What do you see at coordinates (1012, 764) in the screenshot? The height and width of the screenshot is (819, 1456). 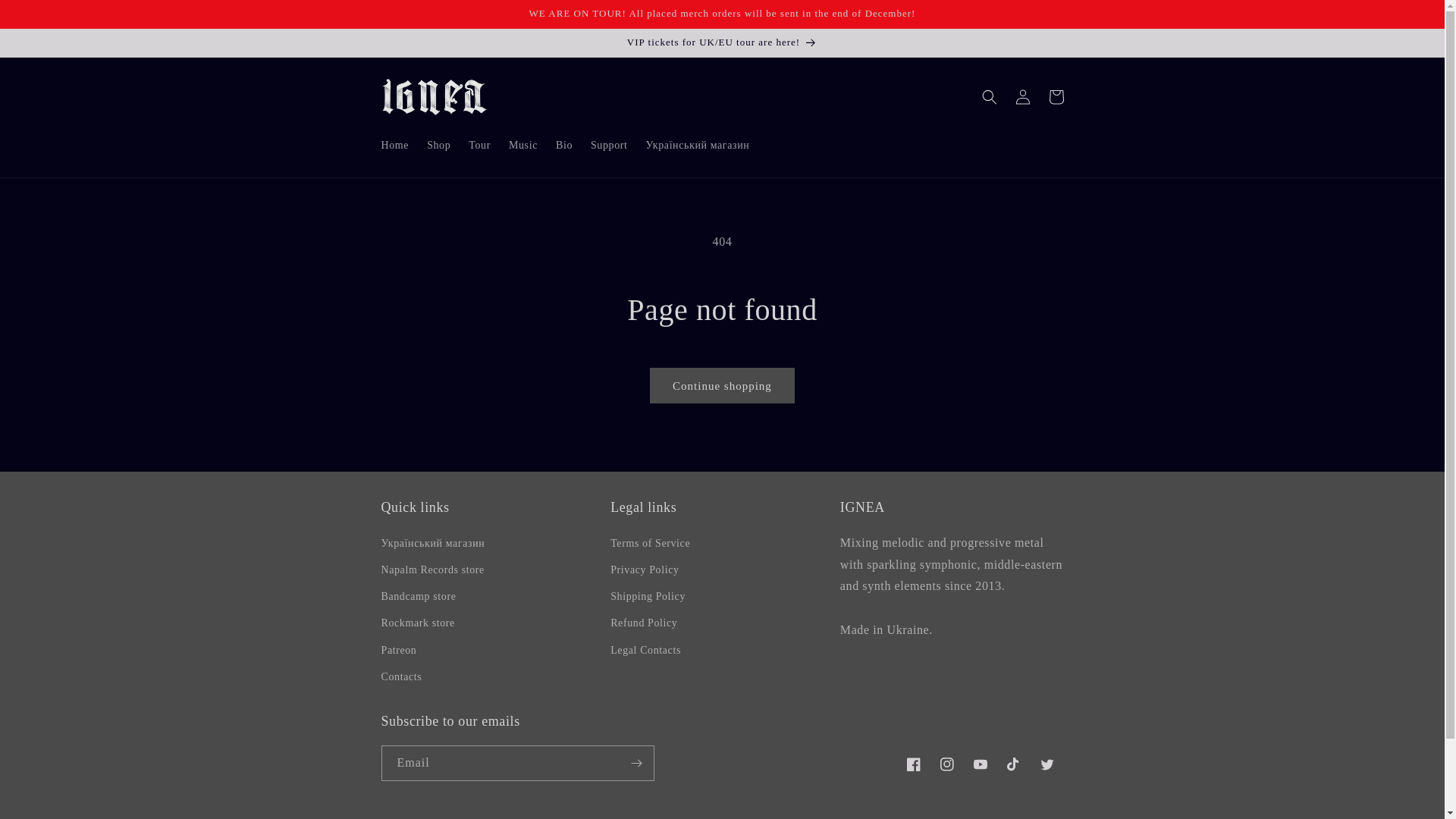 I see `'TikTok'` at bounding box center [1012, 764].